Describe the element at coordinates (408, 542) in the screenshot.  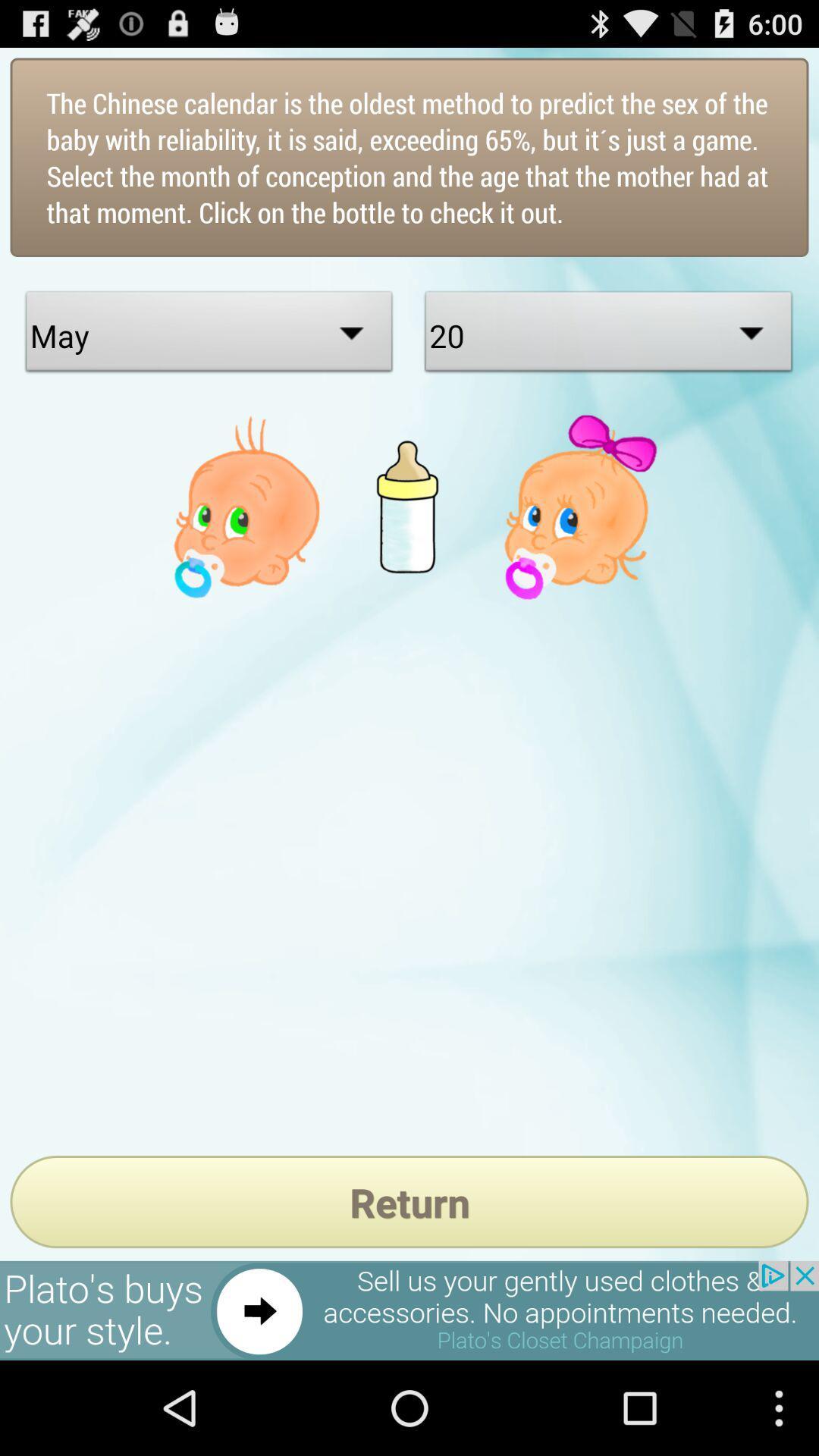
I see `the delete icon` at that location.